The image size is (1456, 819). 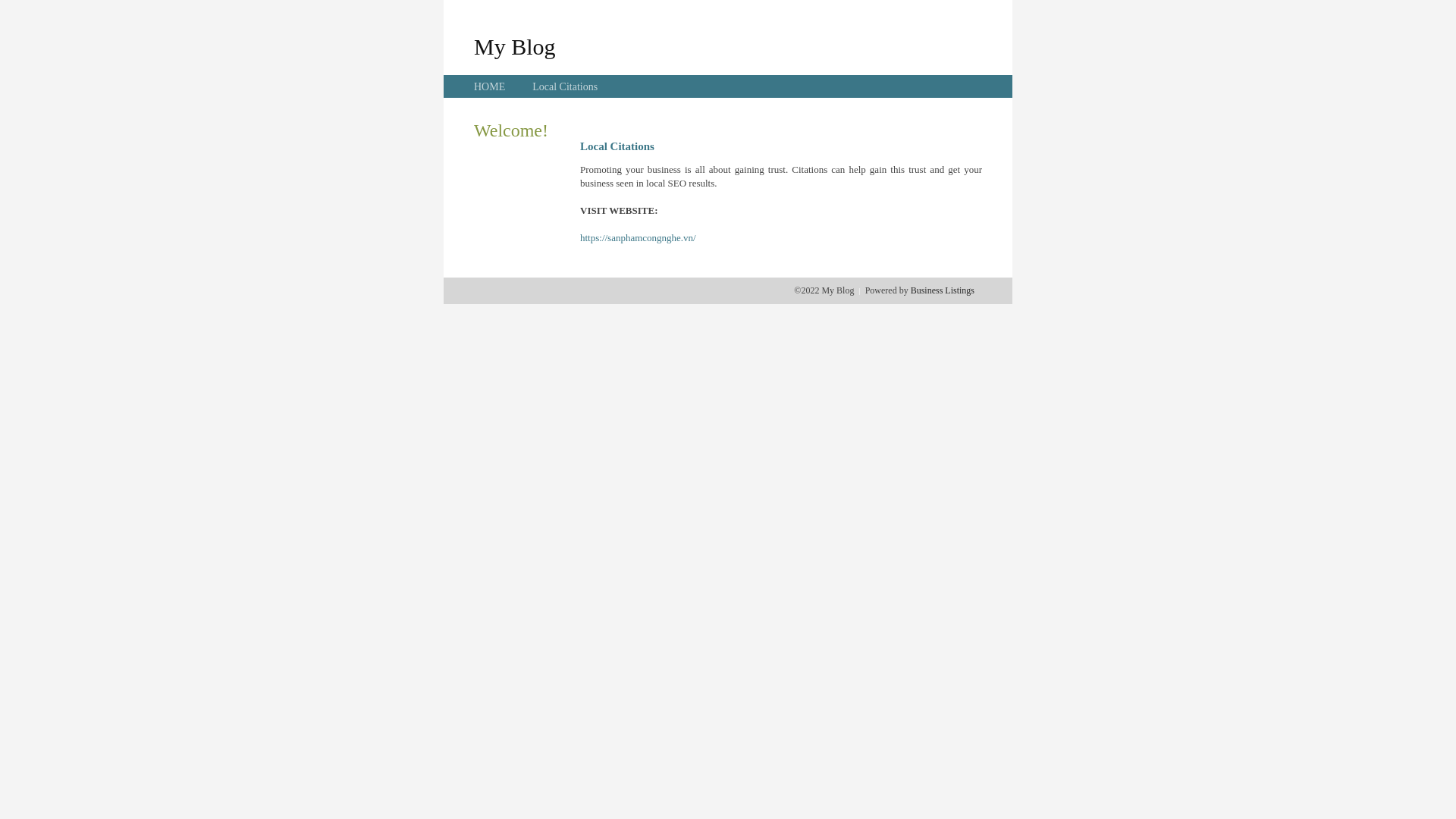 What do you see at coordinates (563, 86) in the screenshot?
I see `'Local Citations'` at bounding box center [563, 86].